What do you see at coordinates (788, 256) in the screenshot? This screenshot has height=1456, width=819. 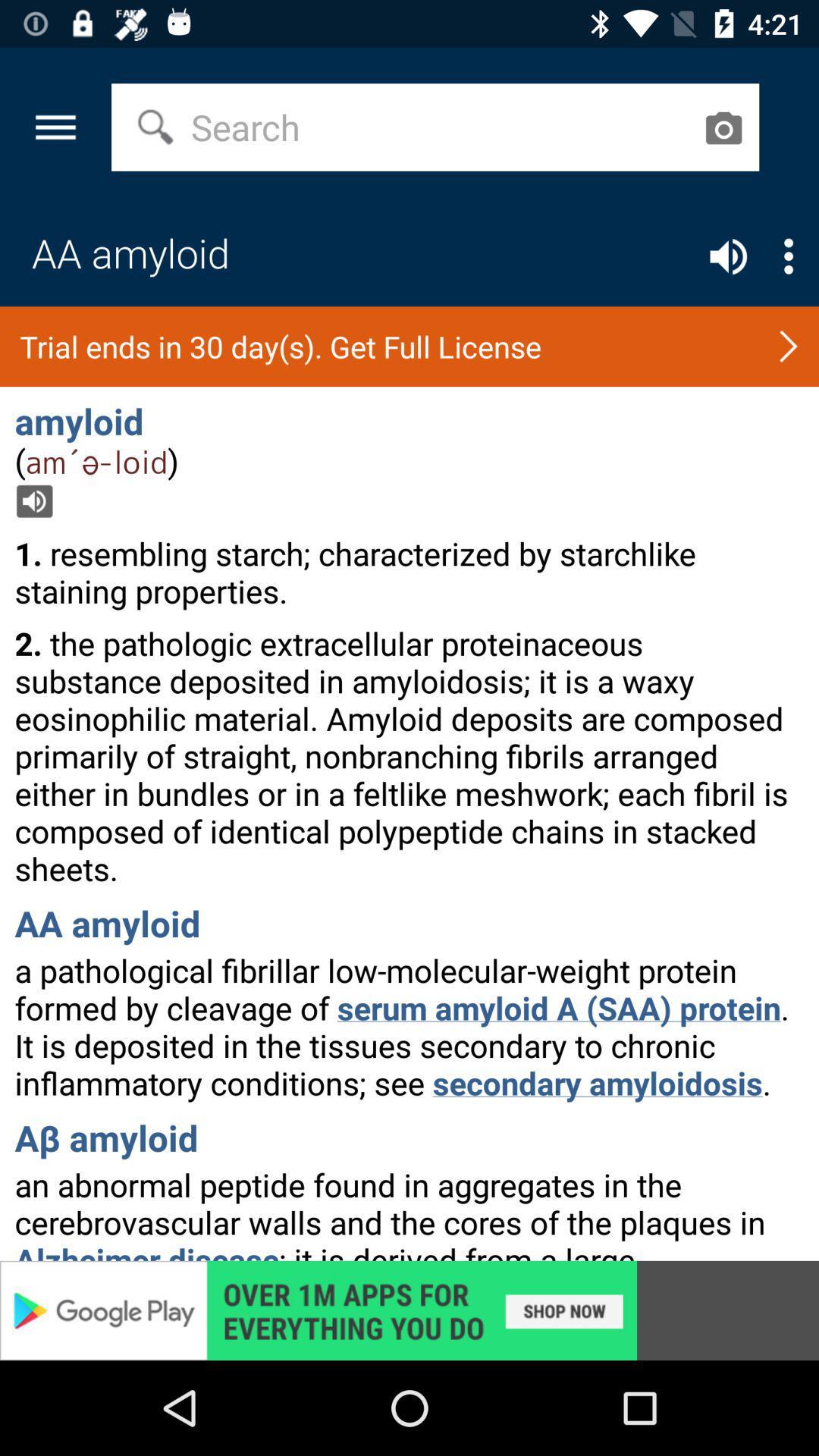 I see `open settings` at bounding box center [788, 256].